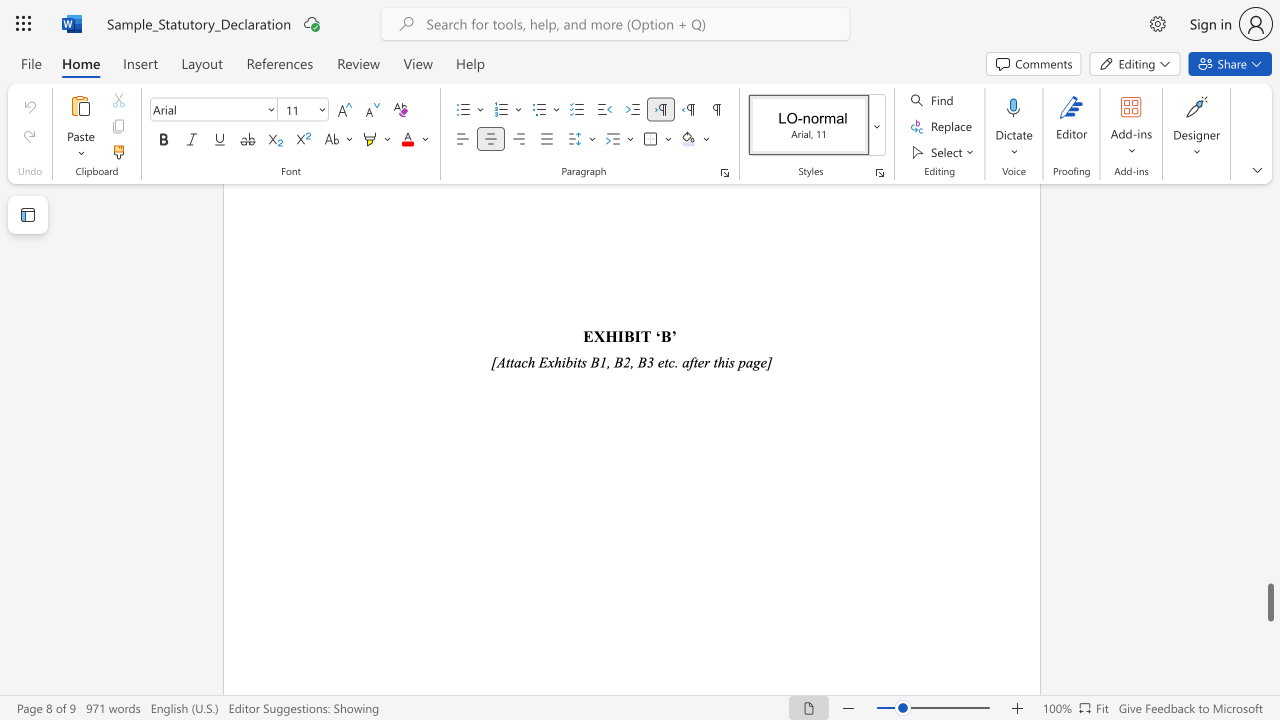  I want to click on the scrollbar, so click(1269, 418).